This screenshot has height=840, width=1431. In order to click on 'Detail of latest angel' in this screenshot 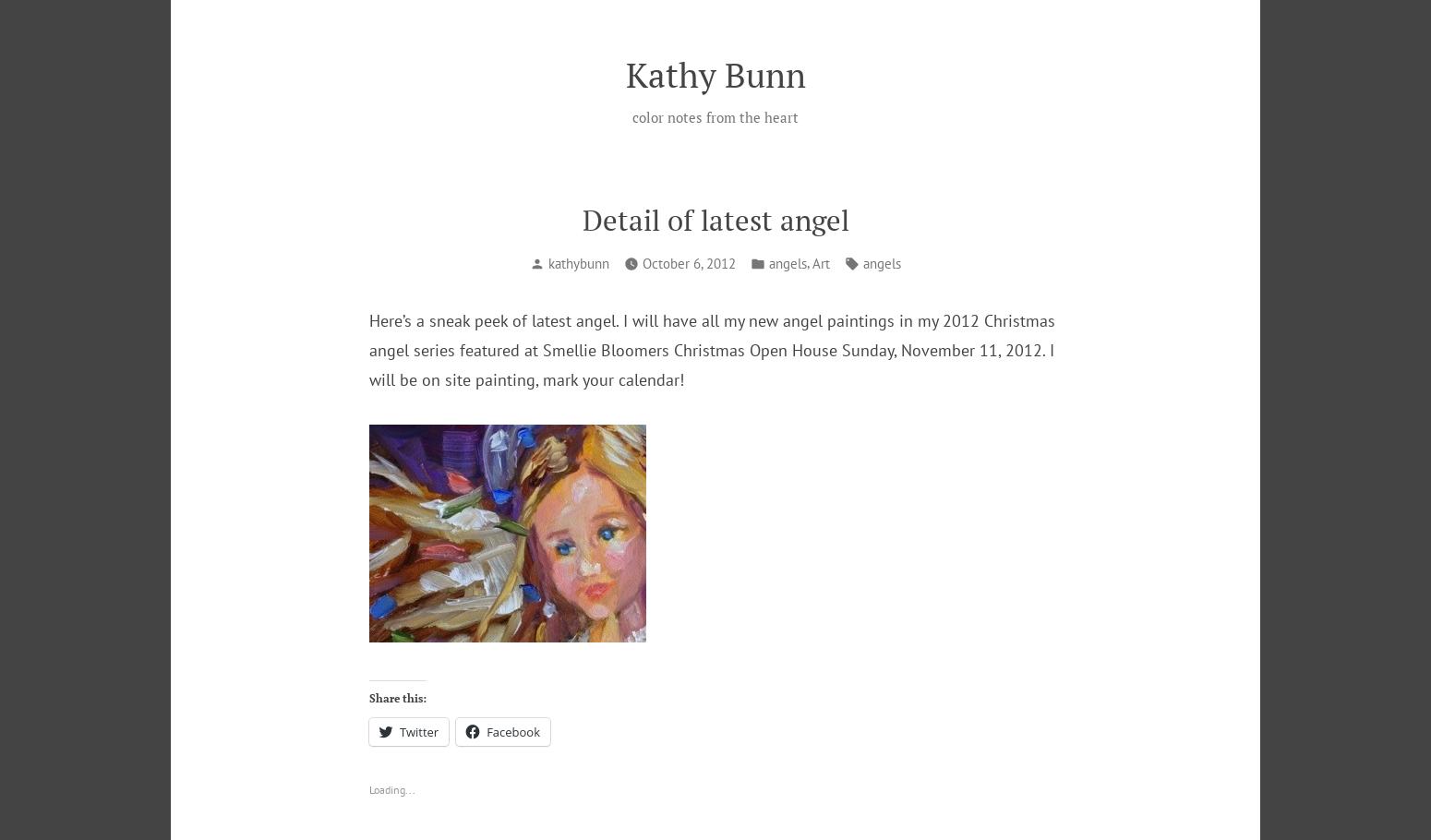, I will do `click(715, 220)`.